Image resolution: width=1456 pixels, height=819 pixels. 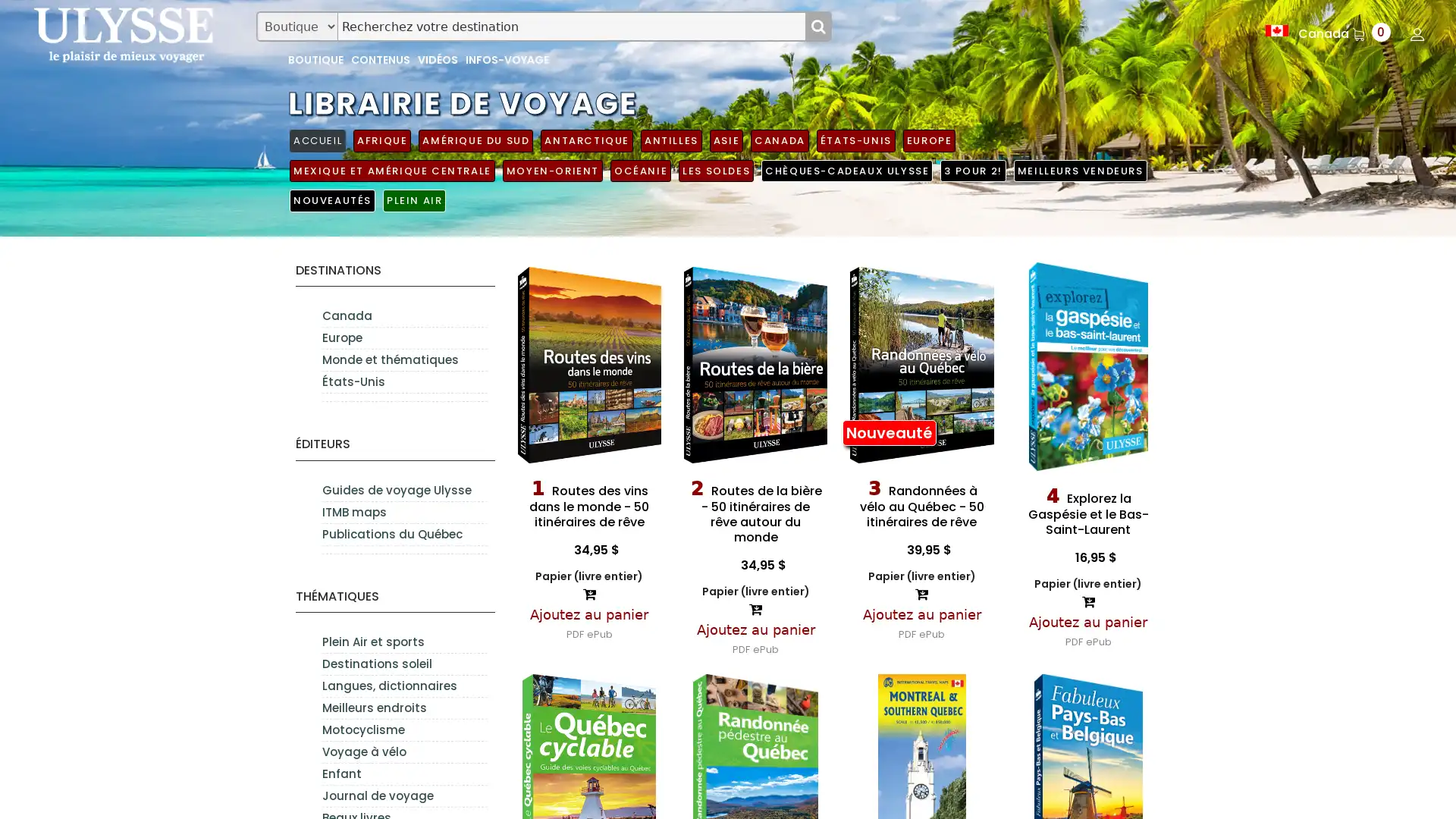 I want to click on 3 POUR 2!, so click(x=972, y=170).